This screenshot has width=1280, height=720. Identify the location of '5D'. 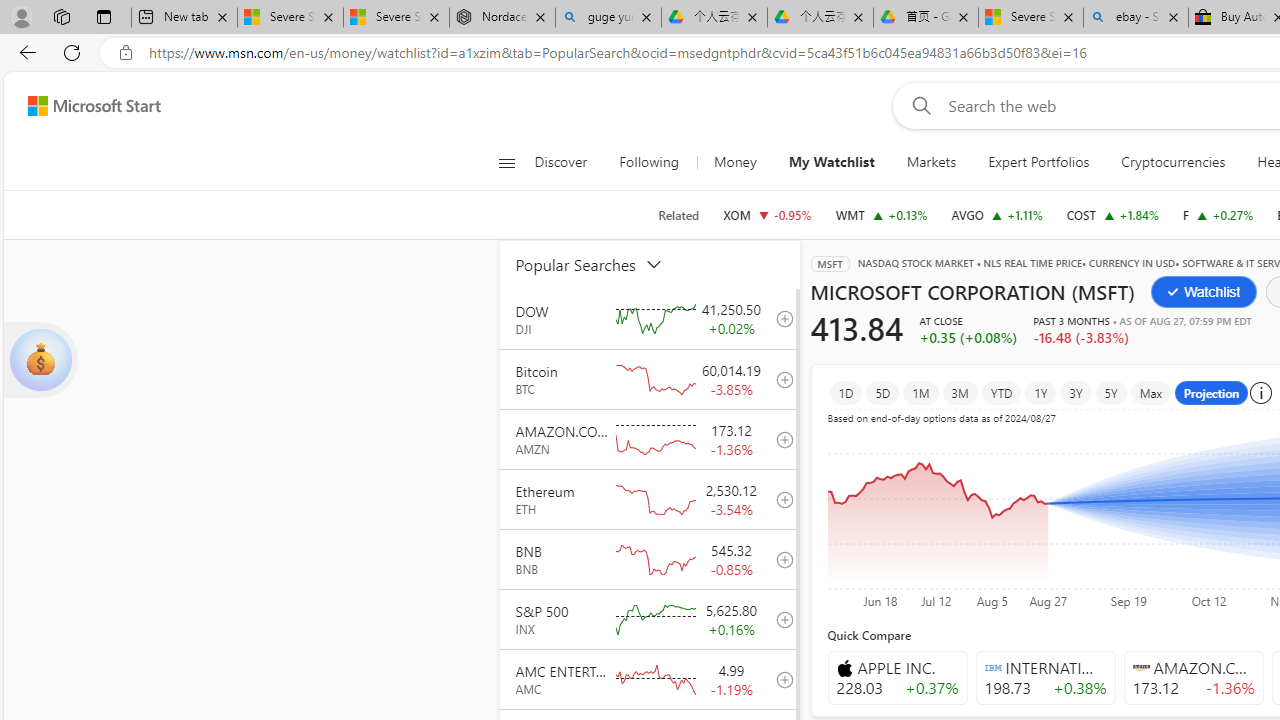
(882, 392).